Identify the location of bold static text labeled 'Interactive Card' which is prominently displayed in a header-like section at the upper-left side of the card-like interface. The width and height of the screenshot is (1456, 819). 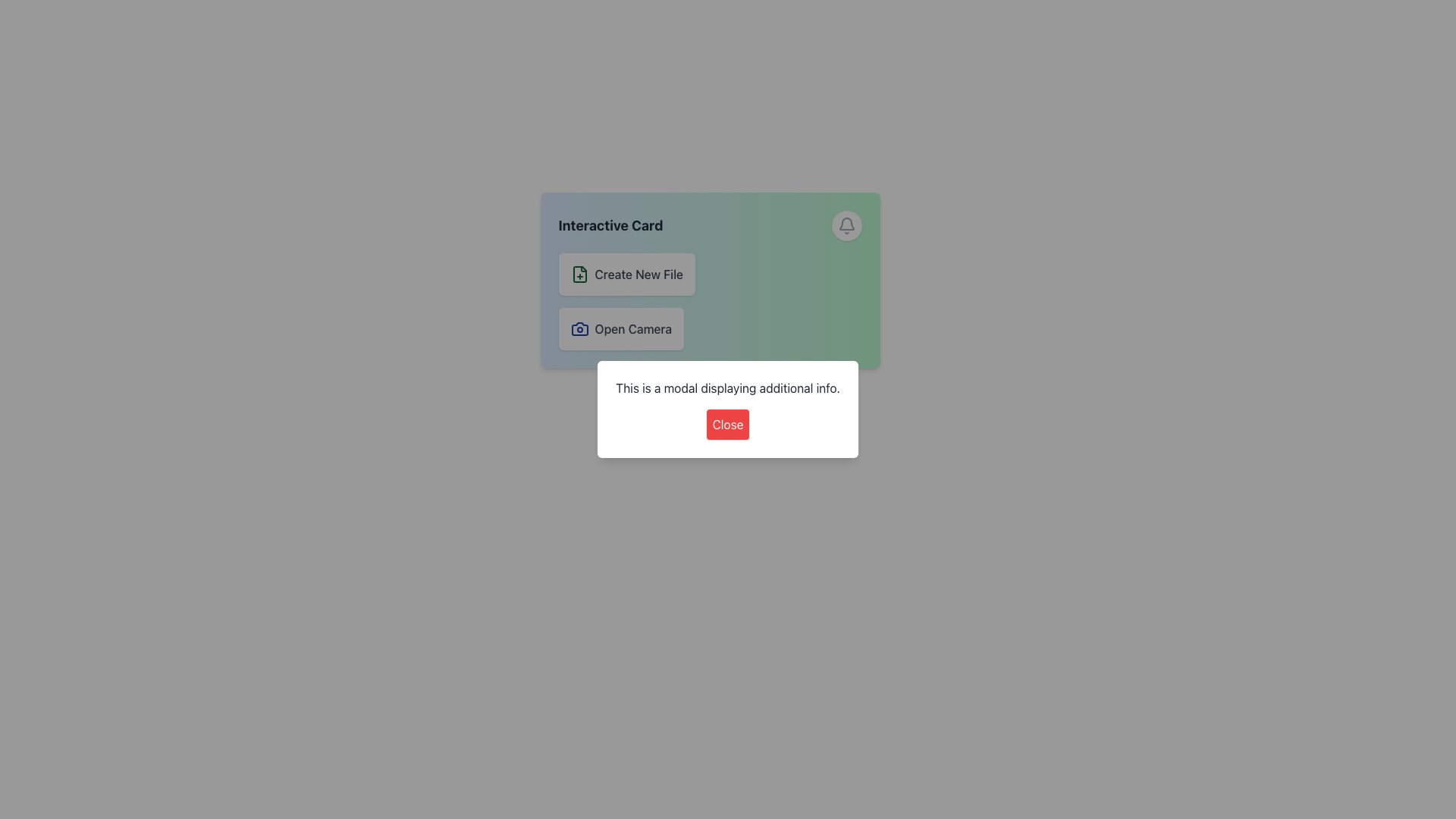
(610, 225).